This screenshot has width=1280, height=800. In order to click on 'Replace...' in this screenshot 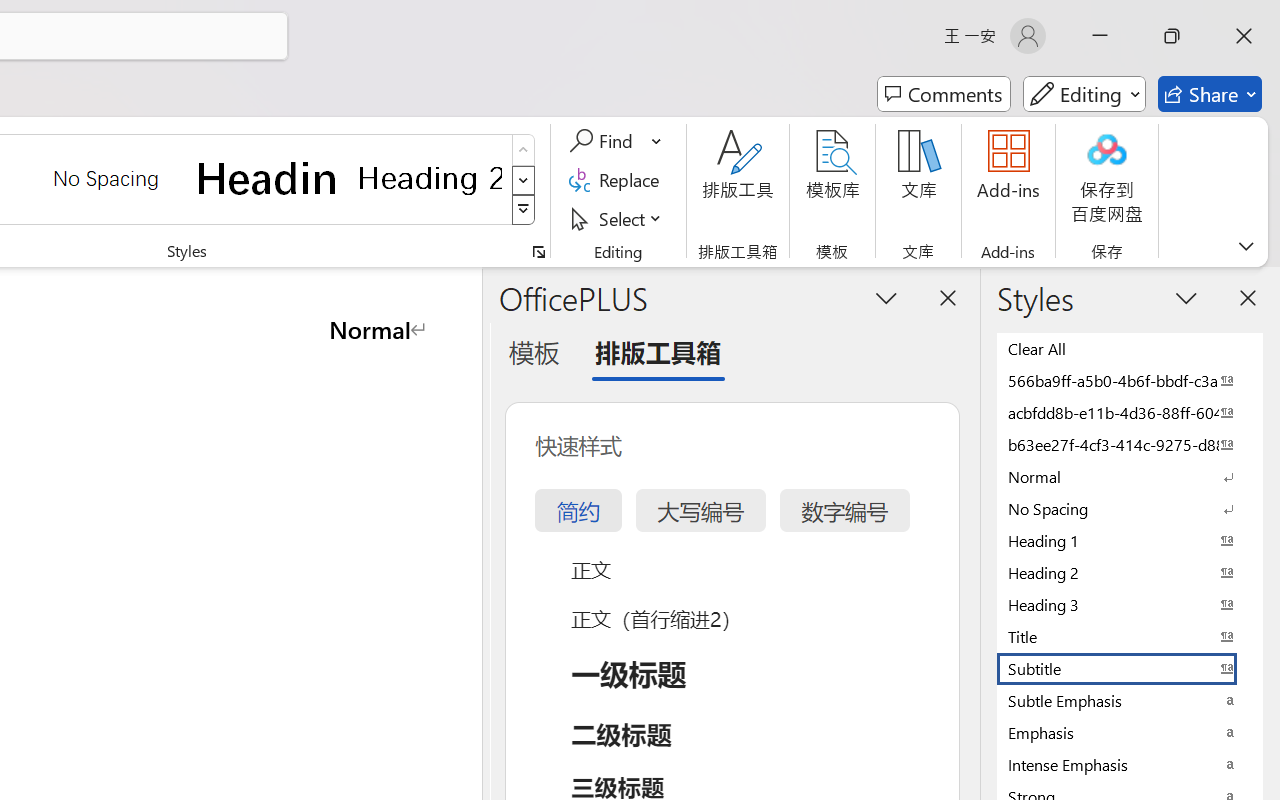, I will do `click(616, 179)`.